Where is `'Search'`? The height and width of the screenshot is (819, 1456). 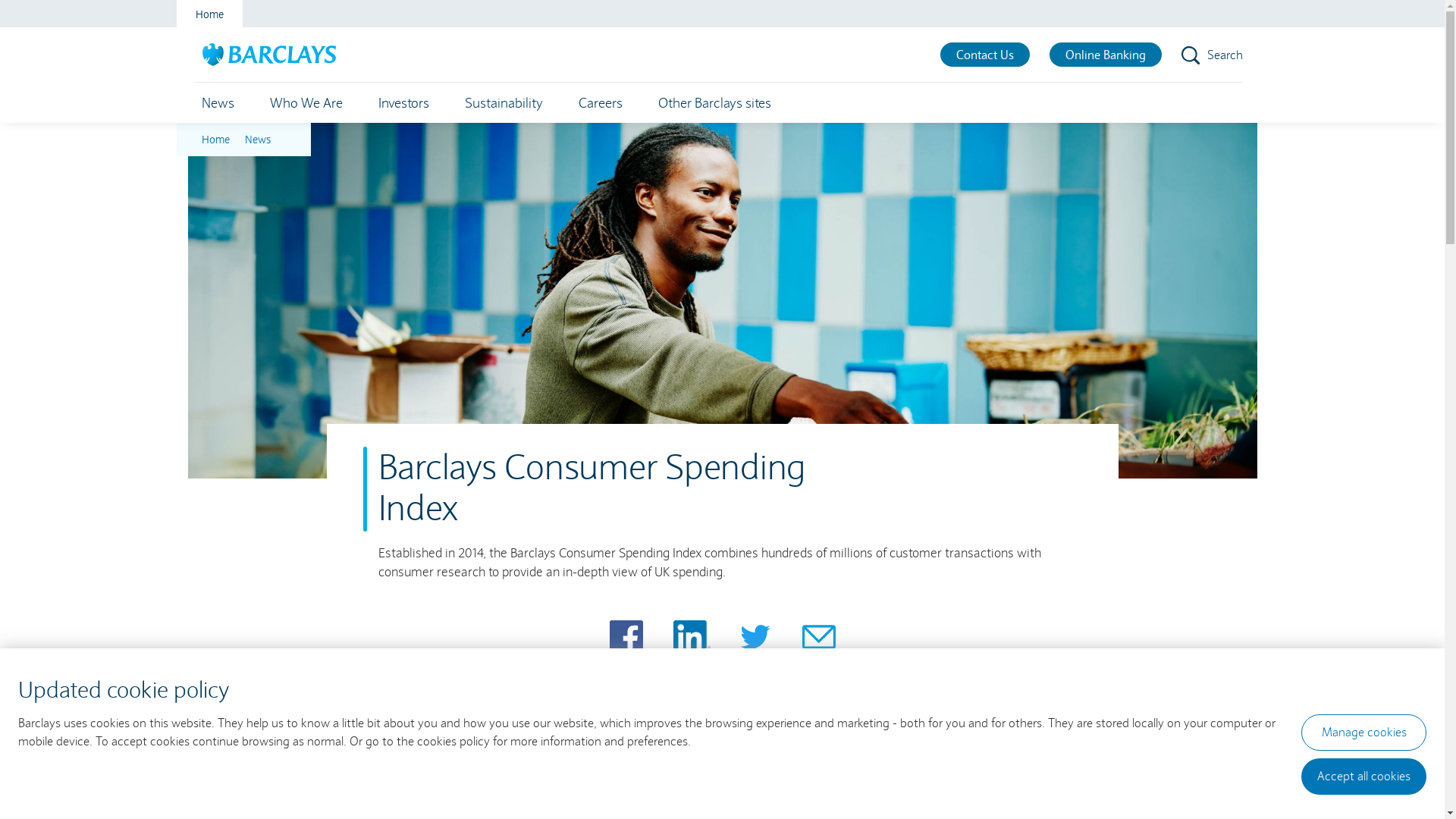
'Search' is located at coordinates (1181, 54).